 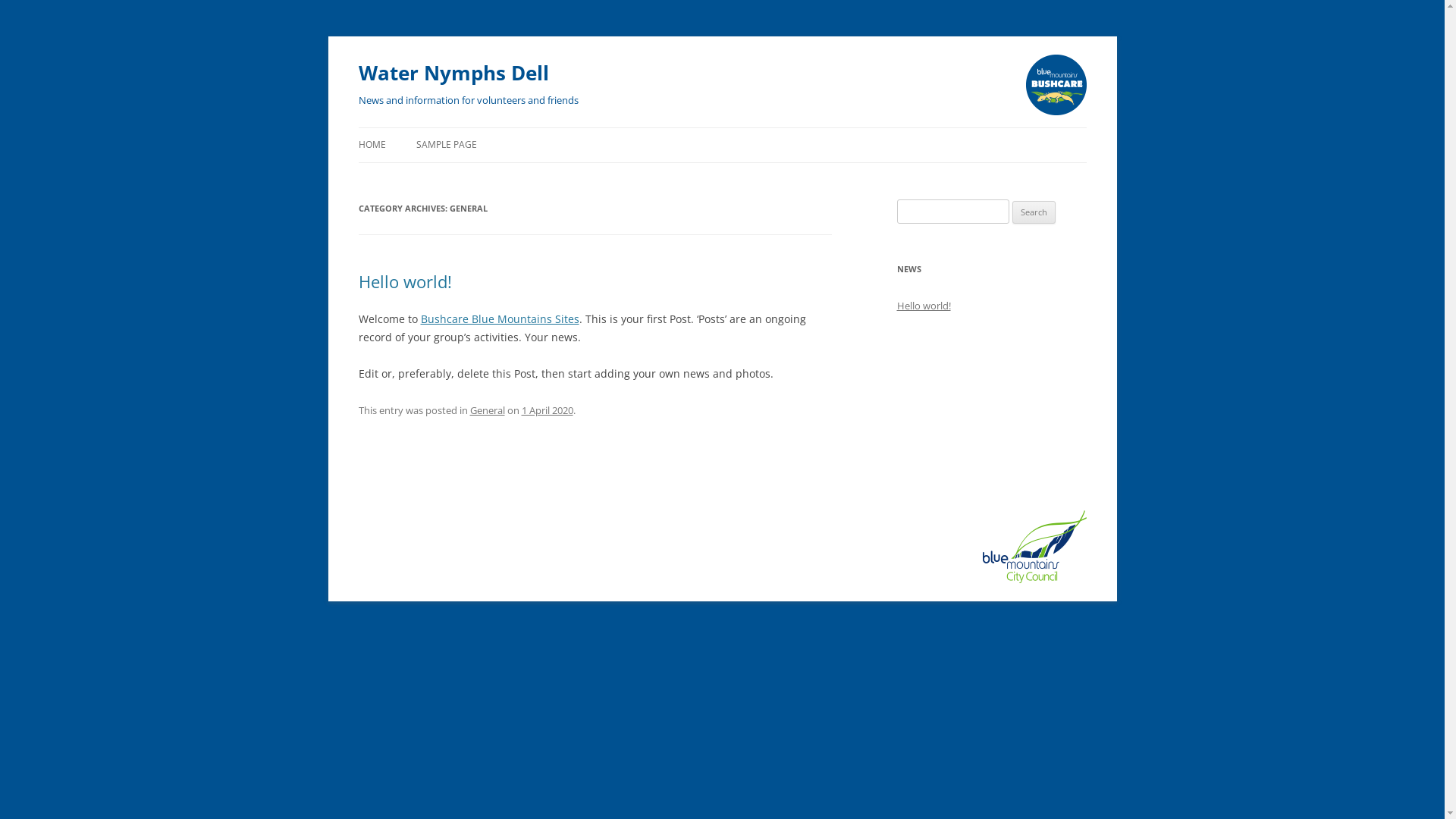 I want to click on 'Bushcare Blue Mountains Sites', so click(x=499, y=318).